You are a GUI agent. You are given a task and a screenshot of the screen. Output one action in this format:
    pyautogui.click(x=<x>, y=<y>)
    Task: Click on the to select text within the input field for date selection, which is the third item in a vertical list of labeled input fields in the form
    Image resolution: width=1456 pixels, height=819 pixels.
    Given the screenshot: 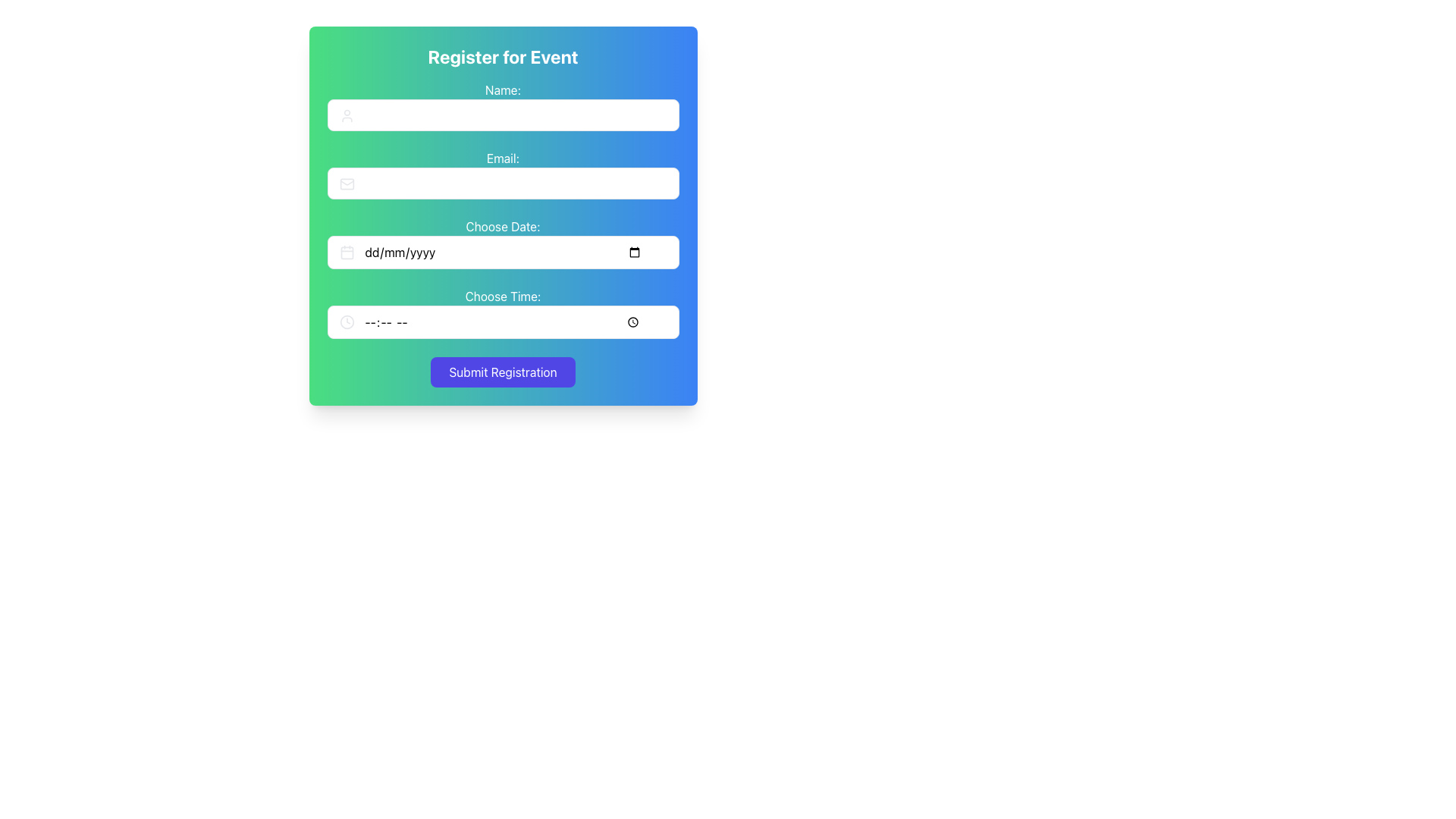 What is the action you would take?
    pyautogui.click(x=503, y=242)
    